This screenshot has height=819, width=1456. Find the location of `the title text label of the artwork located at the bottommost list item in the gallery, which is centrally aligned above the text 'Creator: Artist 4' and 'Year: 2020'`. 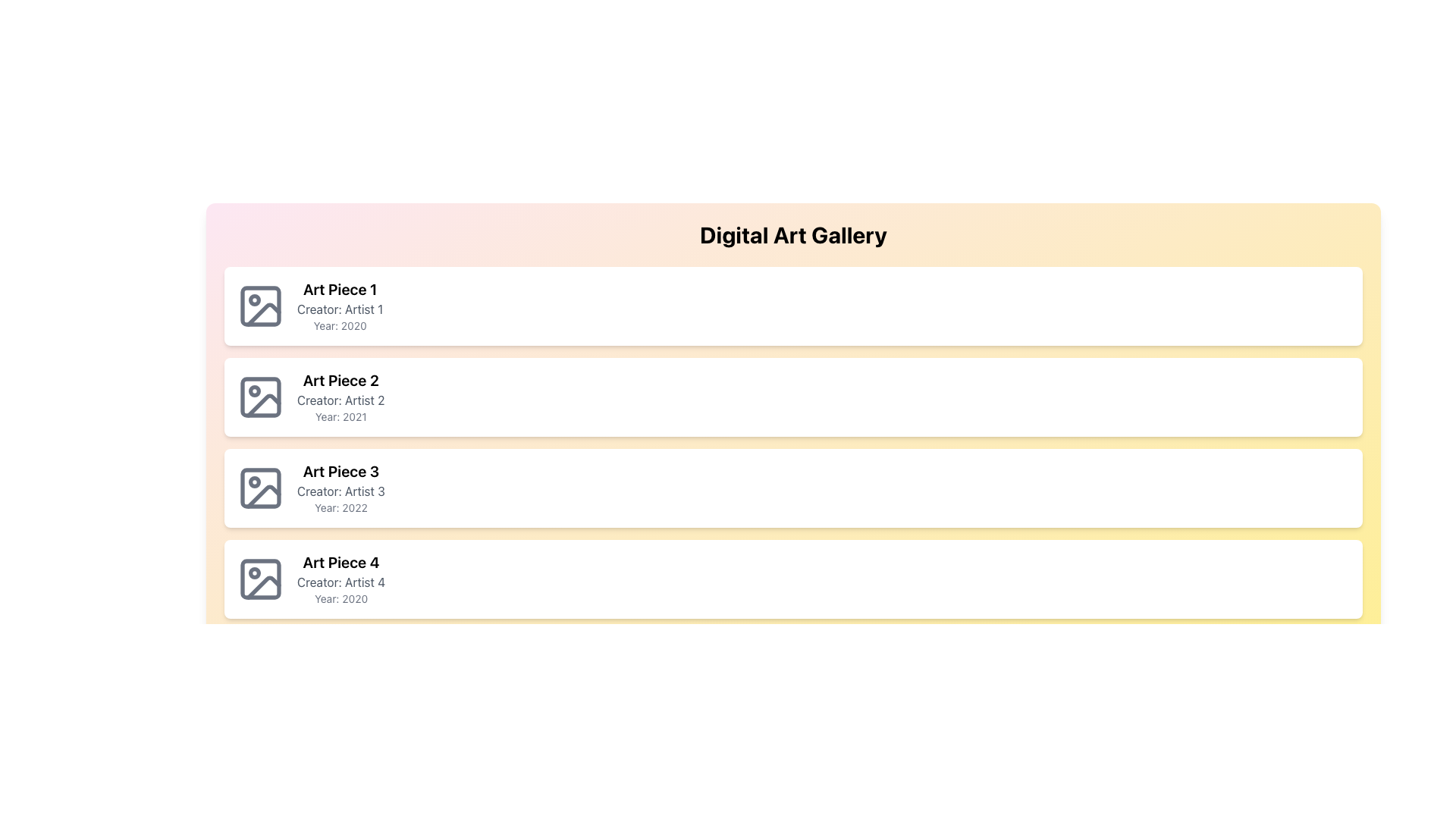

the title text label of the artwork located at the bottommost list item in the gallery, which is centrally aligned above the text 'Creator: Artist 4' and 'Year: 2020' is located at coordinates (340, 562).